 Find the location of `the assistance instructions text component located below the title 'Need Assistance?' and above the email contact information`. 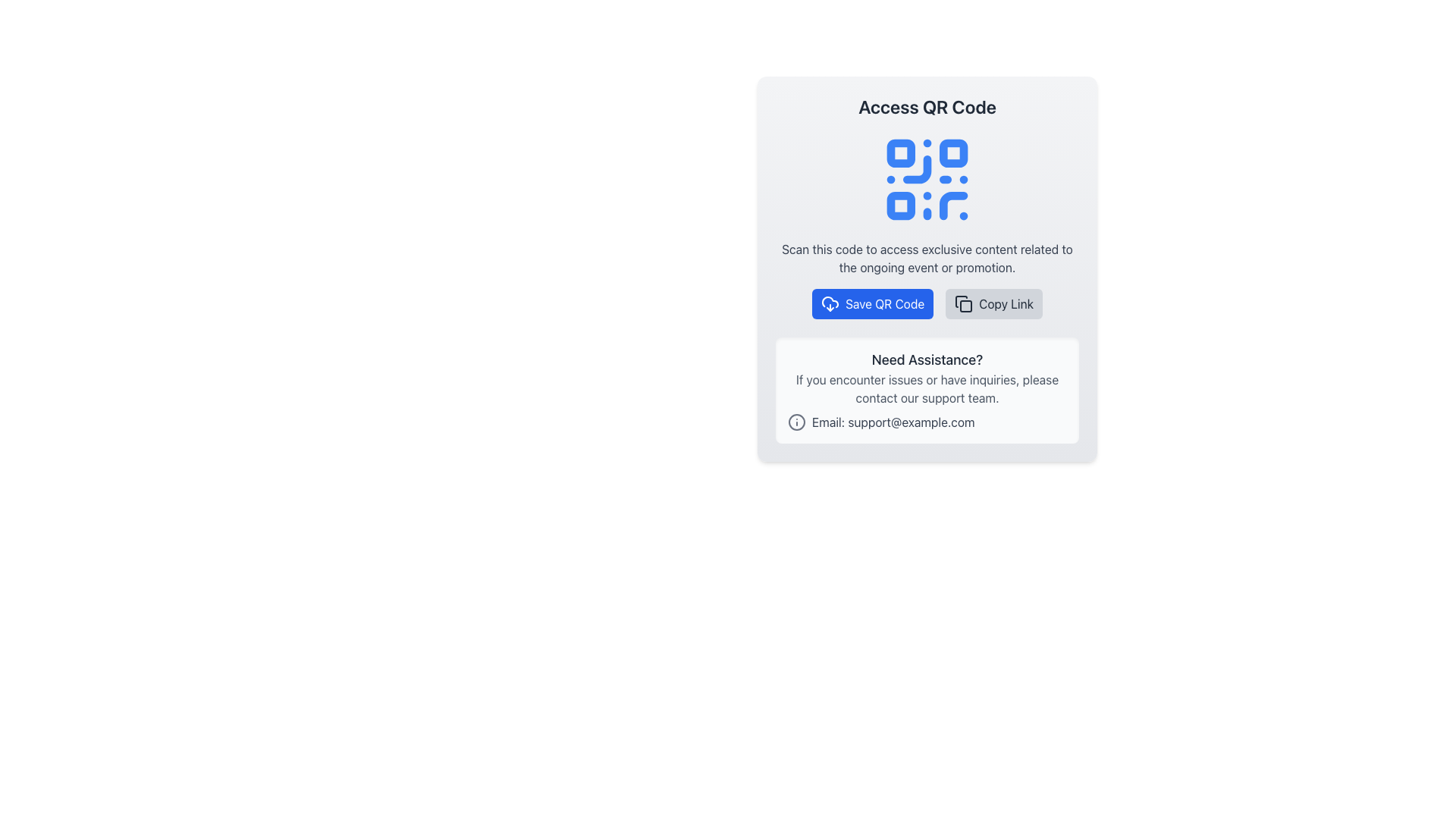

the assistance instructions text component located below the title 'Need Assistance?' and above the email contact information is located at coordinates (927, 388).